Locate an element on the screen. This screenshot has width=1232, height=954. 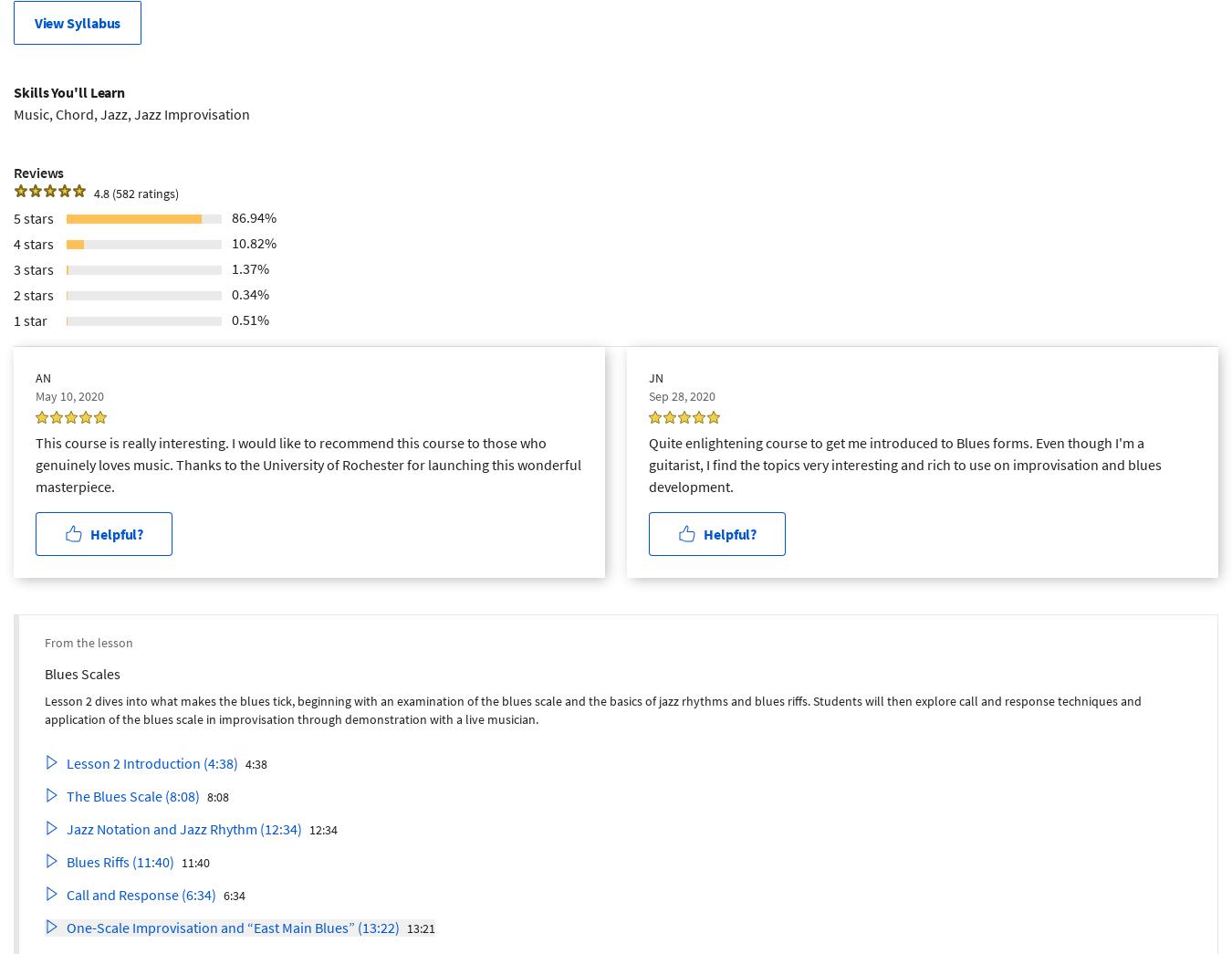
'Blues Riffs (11:40)' is located at coordinates (120, 860).